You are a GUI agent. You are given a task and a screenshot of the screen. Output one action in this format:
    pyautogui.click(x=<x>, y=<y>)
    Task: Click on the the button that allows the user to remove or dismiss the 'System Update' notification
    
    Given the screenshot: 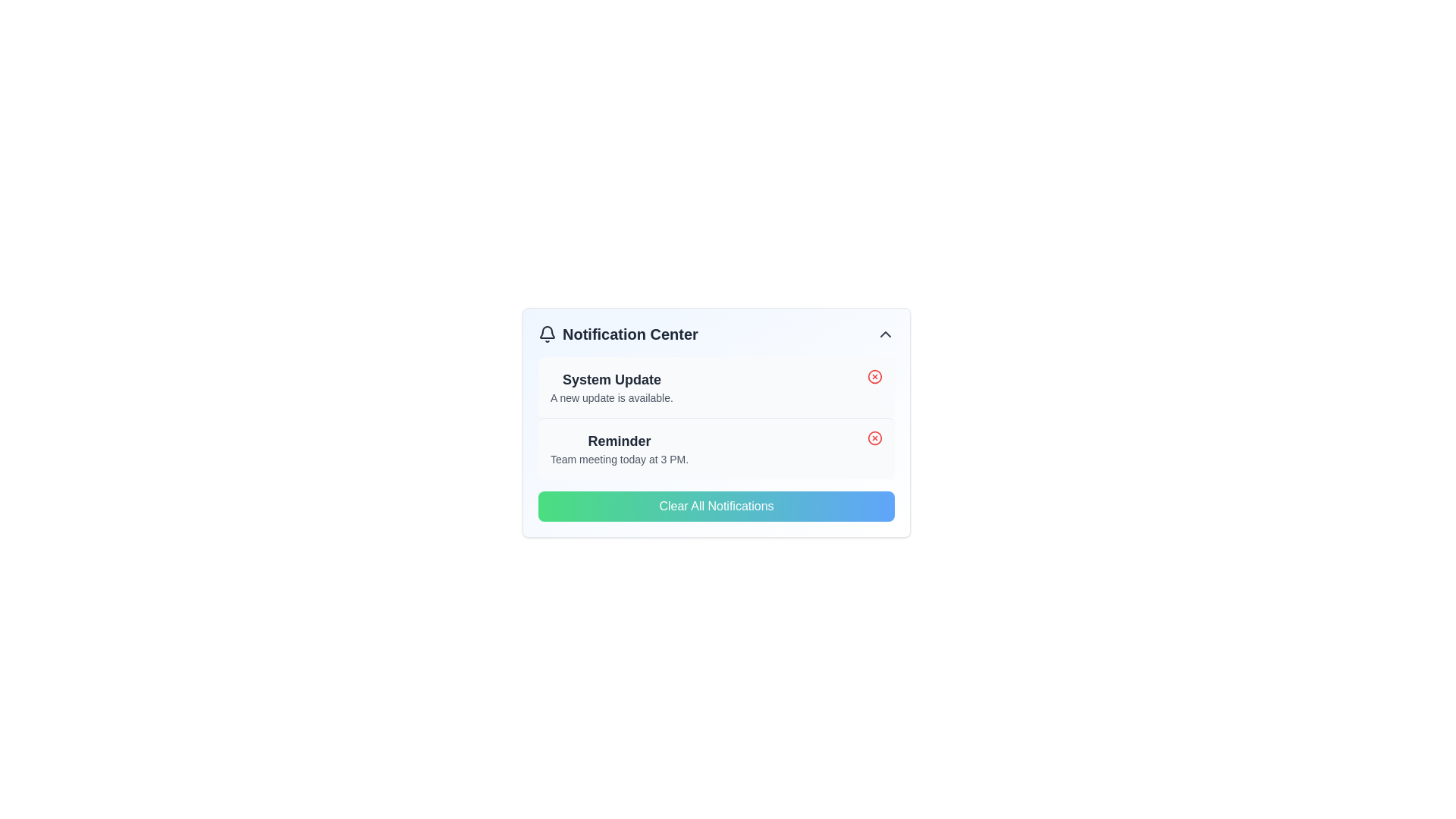 What is the action you would take?
    pyautogui.click(x=874, y=376)
    